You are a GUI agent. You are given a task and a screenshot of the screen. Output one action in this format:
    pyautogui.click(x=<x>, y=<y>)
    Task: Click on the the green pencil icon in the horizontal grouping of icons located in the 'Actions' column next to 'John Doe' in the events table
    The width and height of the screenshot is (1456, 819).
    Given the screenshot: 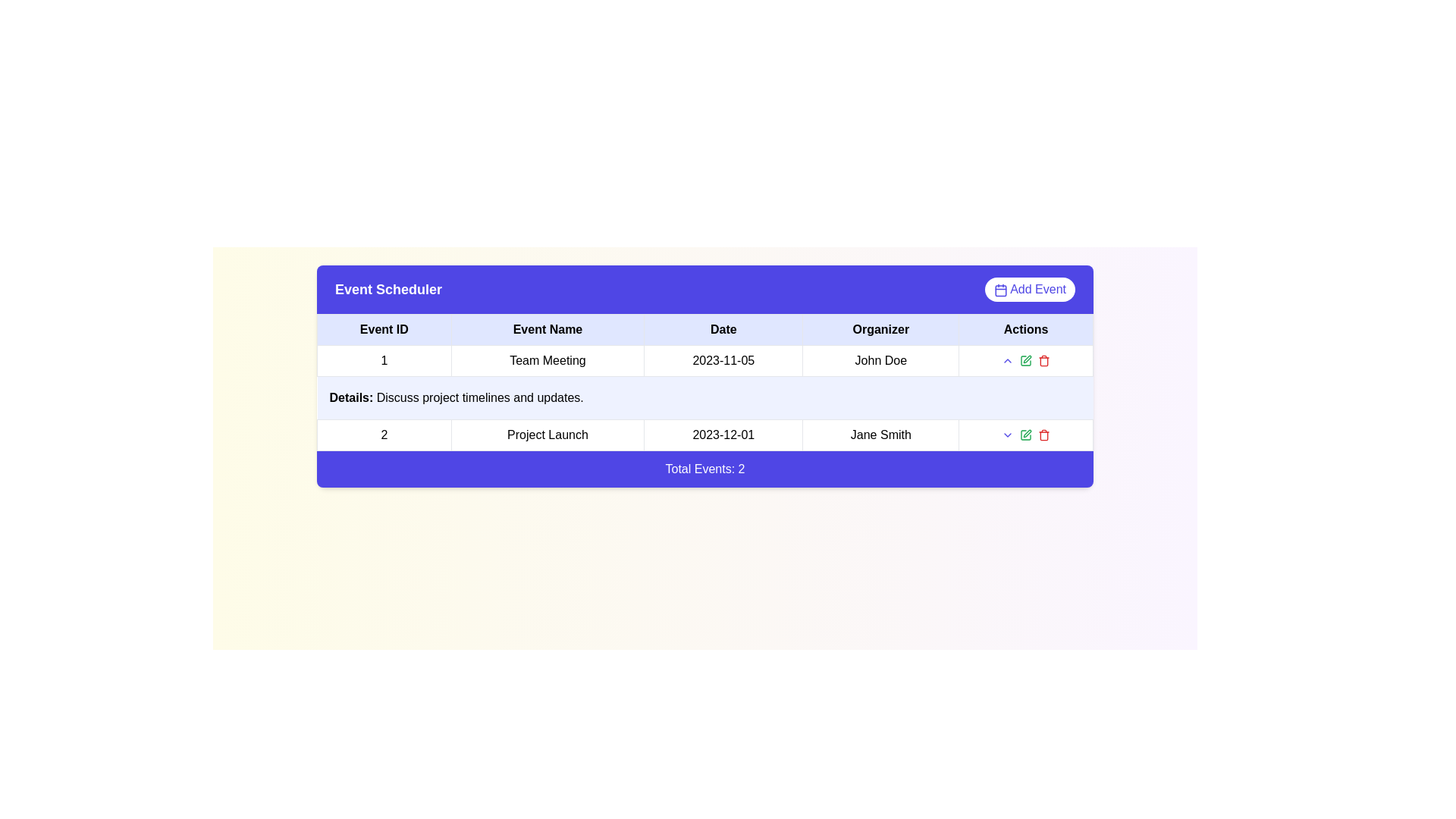 What is the action you would take?
    pyautogui.click(x=1026, y=360)
    